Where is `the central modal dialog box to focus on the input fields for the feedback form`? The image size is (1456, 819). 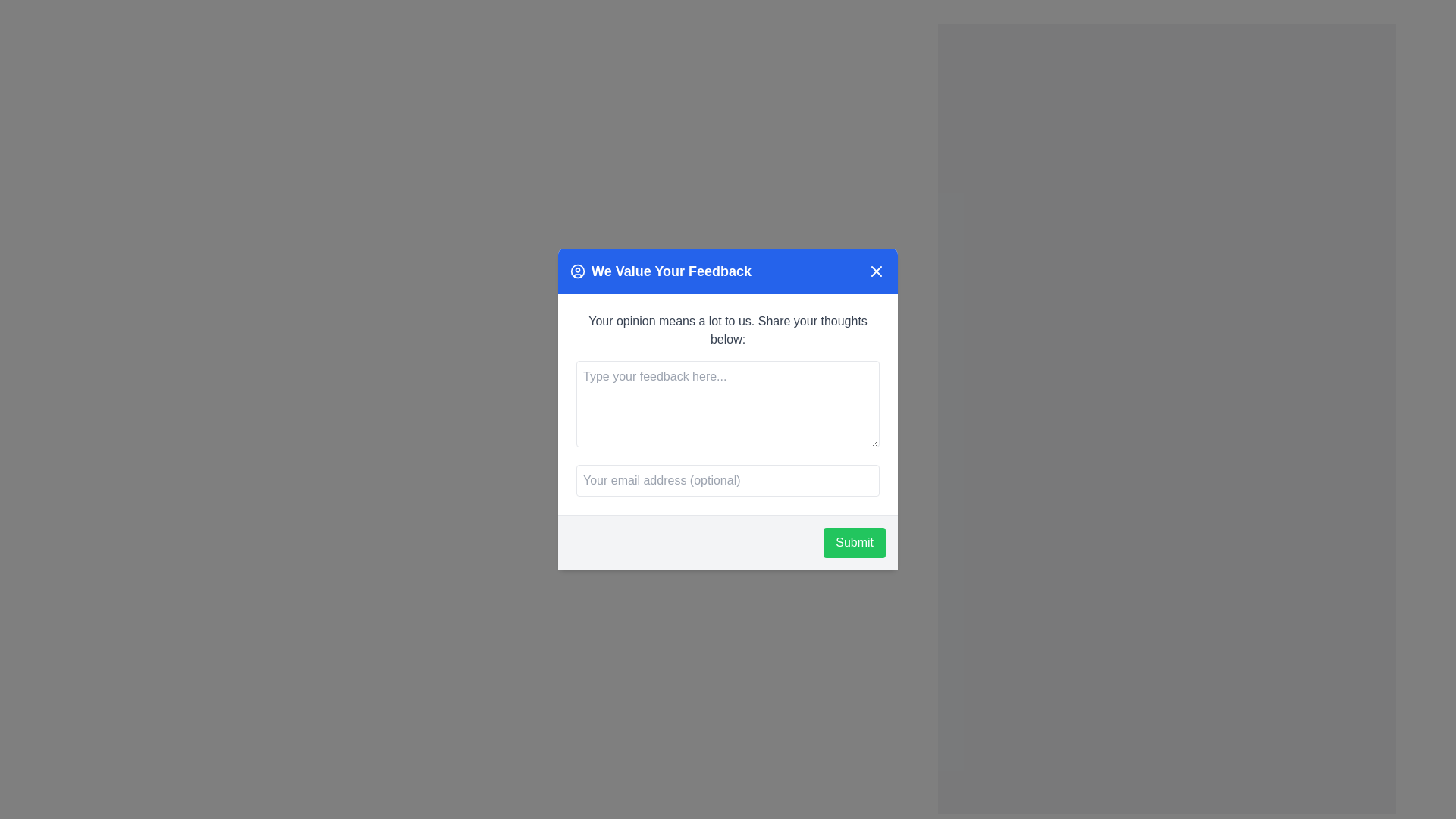 the central modal dialog box to focus on the input fields for the feedback form is located at coordinates (728, 409).